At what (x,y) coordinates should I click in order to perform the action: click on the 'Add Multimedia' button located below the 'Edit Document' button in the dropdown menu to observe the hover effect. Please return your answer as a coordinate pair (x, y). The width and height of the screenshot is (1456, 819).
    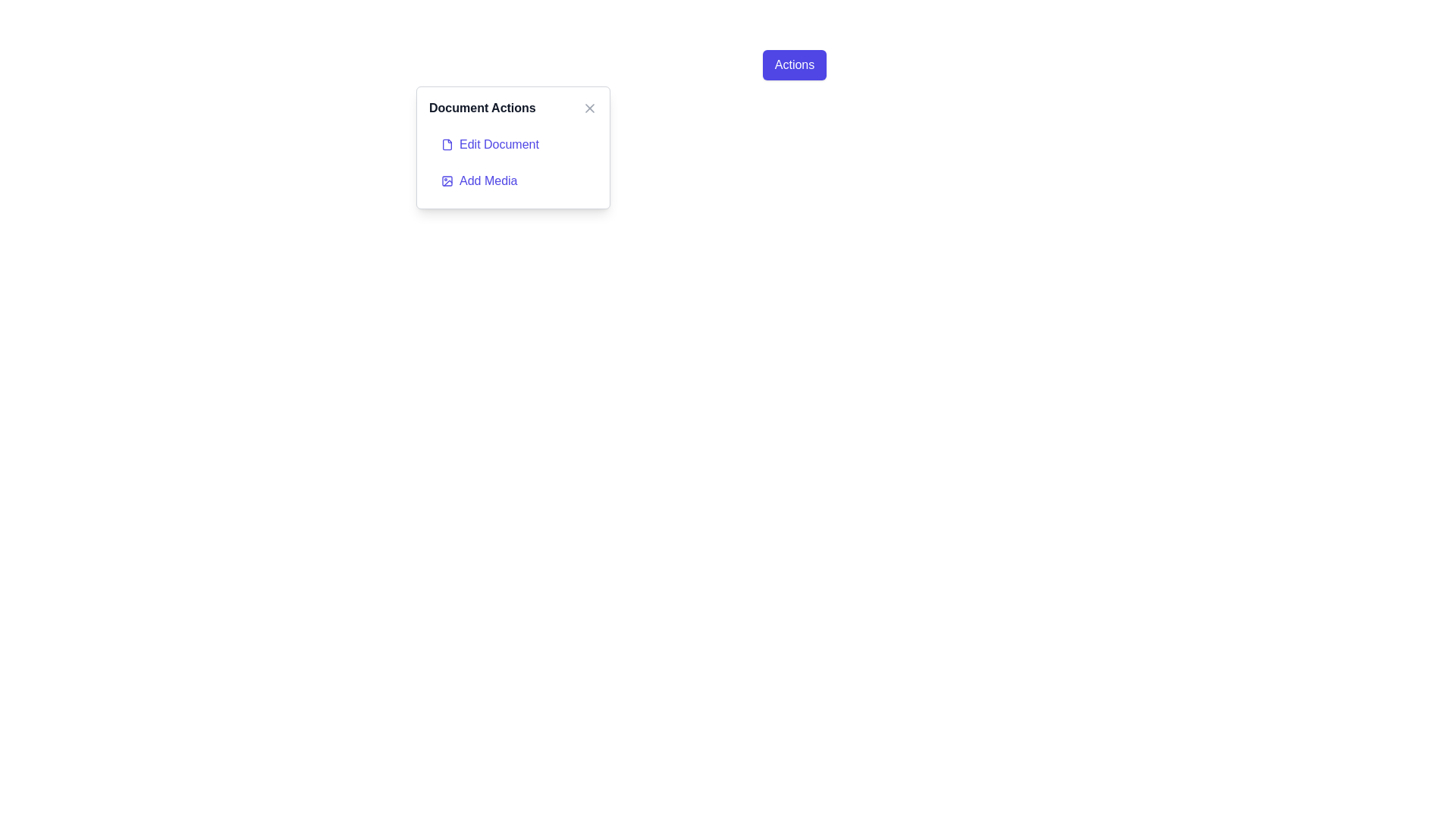
    Looking at the image, I should click on (513, 180).